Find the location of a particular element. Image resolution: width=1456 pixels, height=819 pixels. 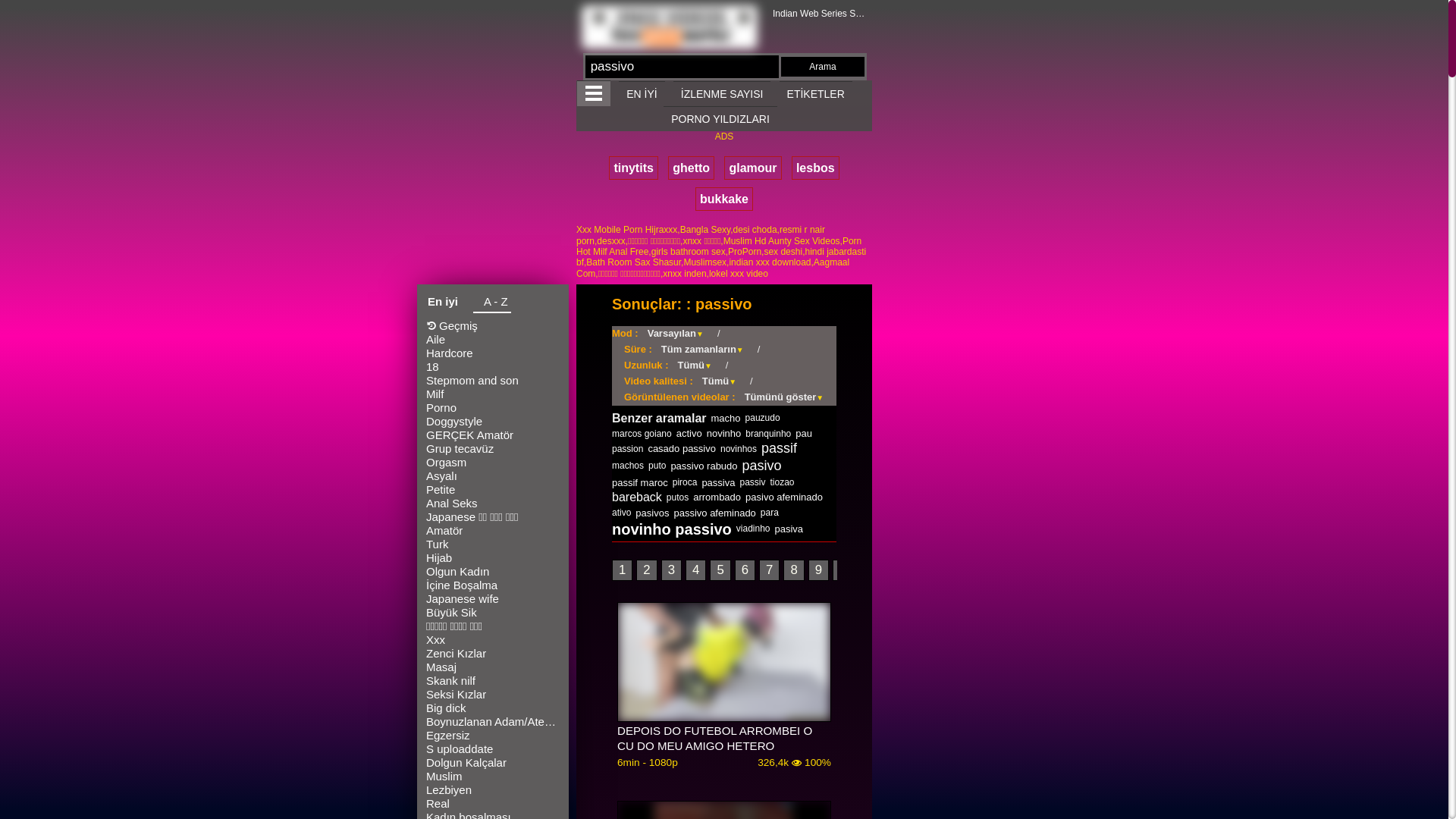

'DEPOIS DO FUTEBOL ARROMBEI O CU DO MEU AMIGO HETERO' is located at coordinates (617, 738).